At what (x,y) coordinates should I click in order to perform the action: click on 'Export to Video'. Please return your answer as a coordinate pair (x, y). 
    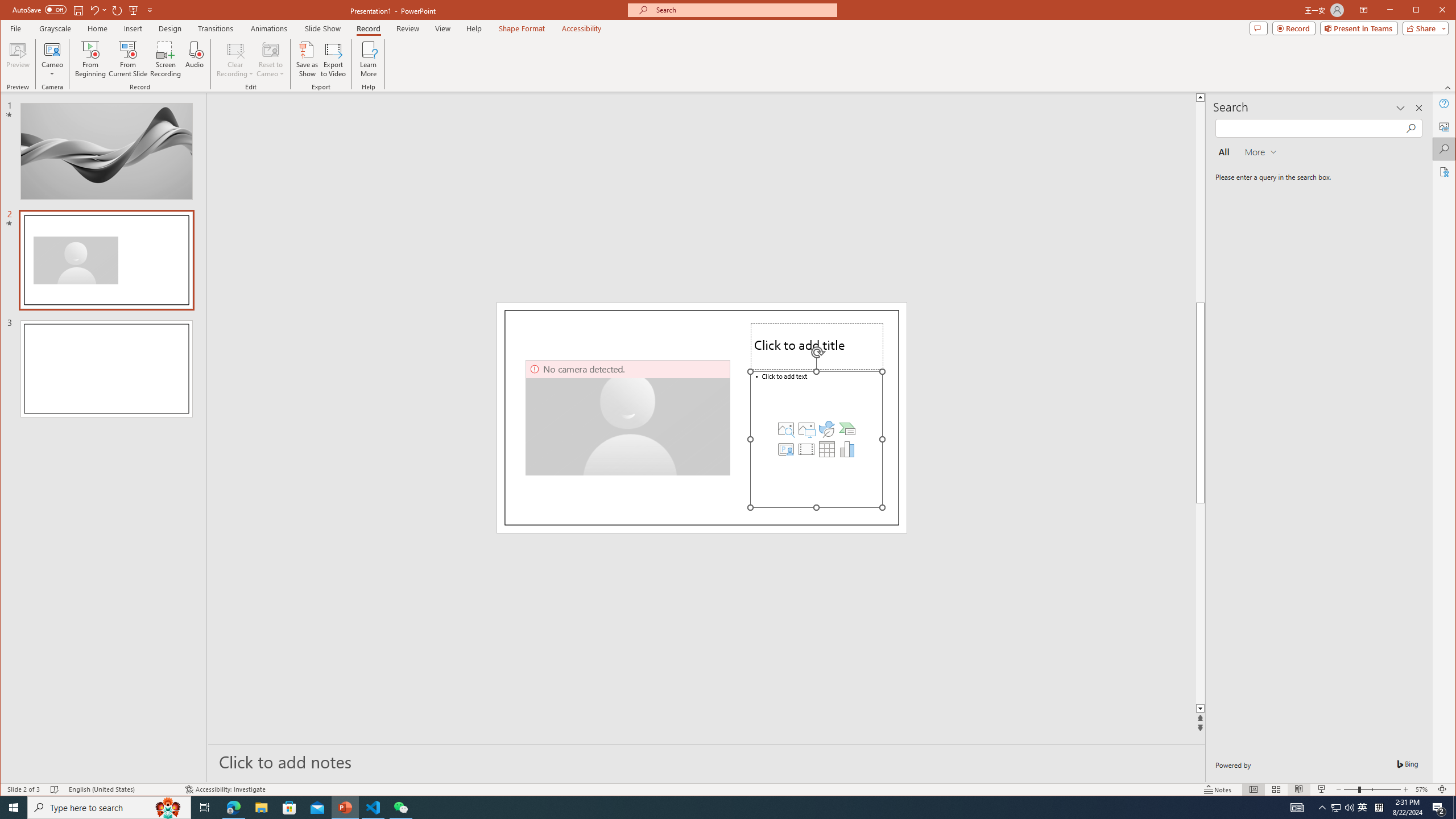
    Looking at the image, I should click on (334, 59).